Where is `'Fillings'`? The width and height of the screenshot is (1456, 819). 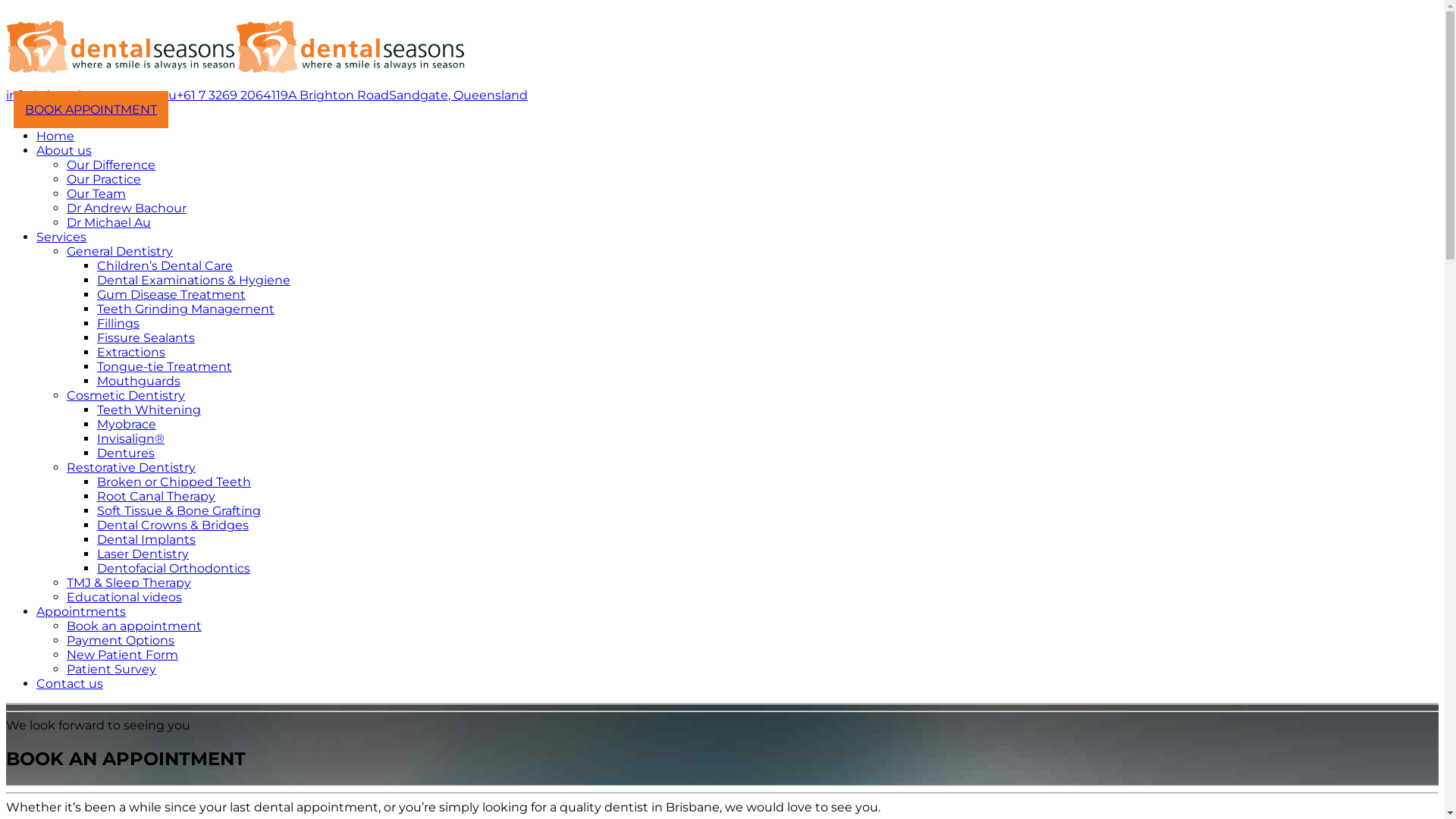 'Fillings' is located at coordinates (96, 322).